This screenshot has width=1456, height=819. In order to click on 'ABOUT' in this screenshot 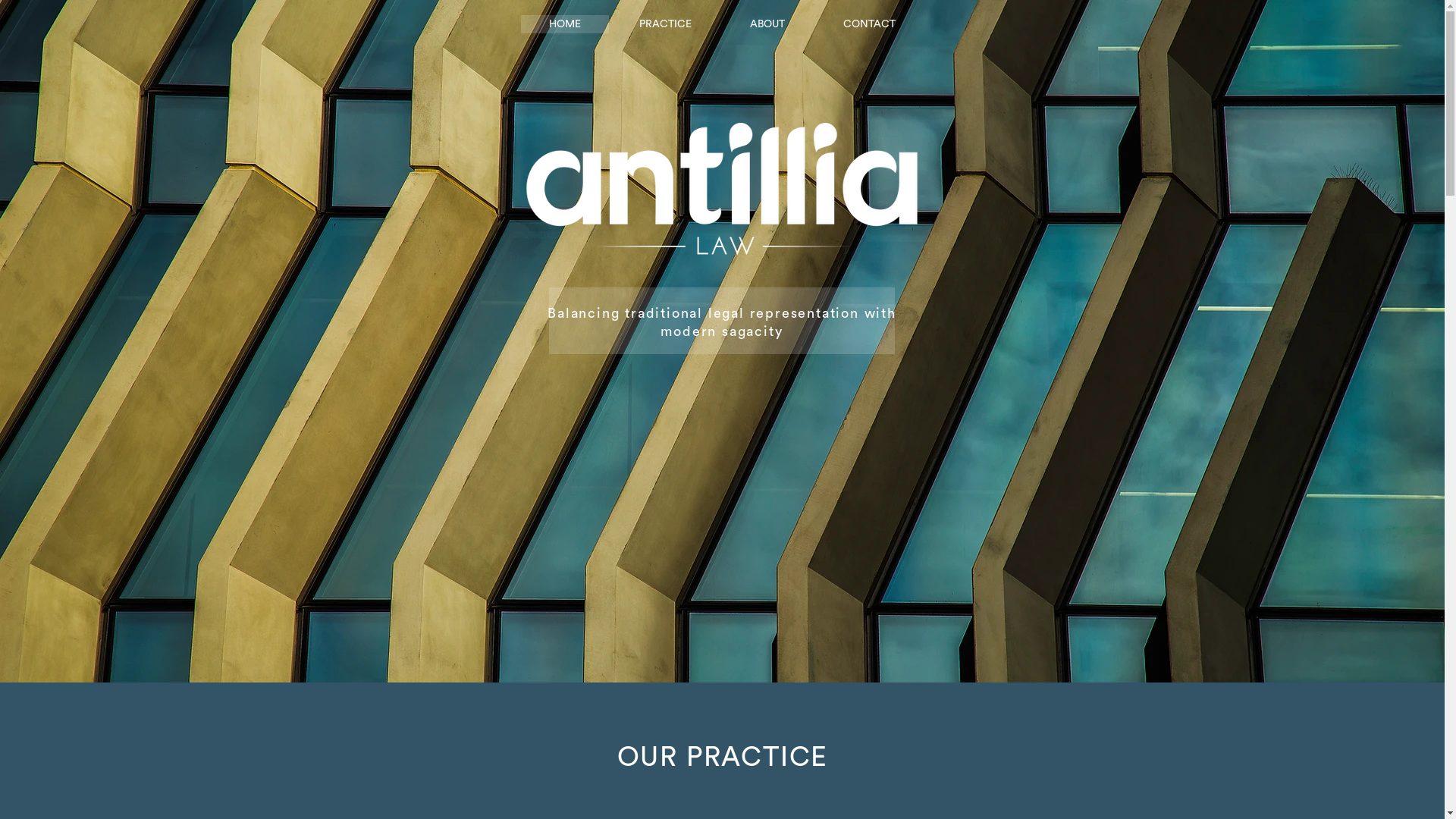, I will do `click(767, 24)`.